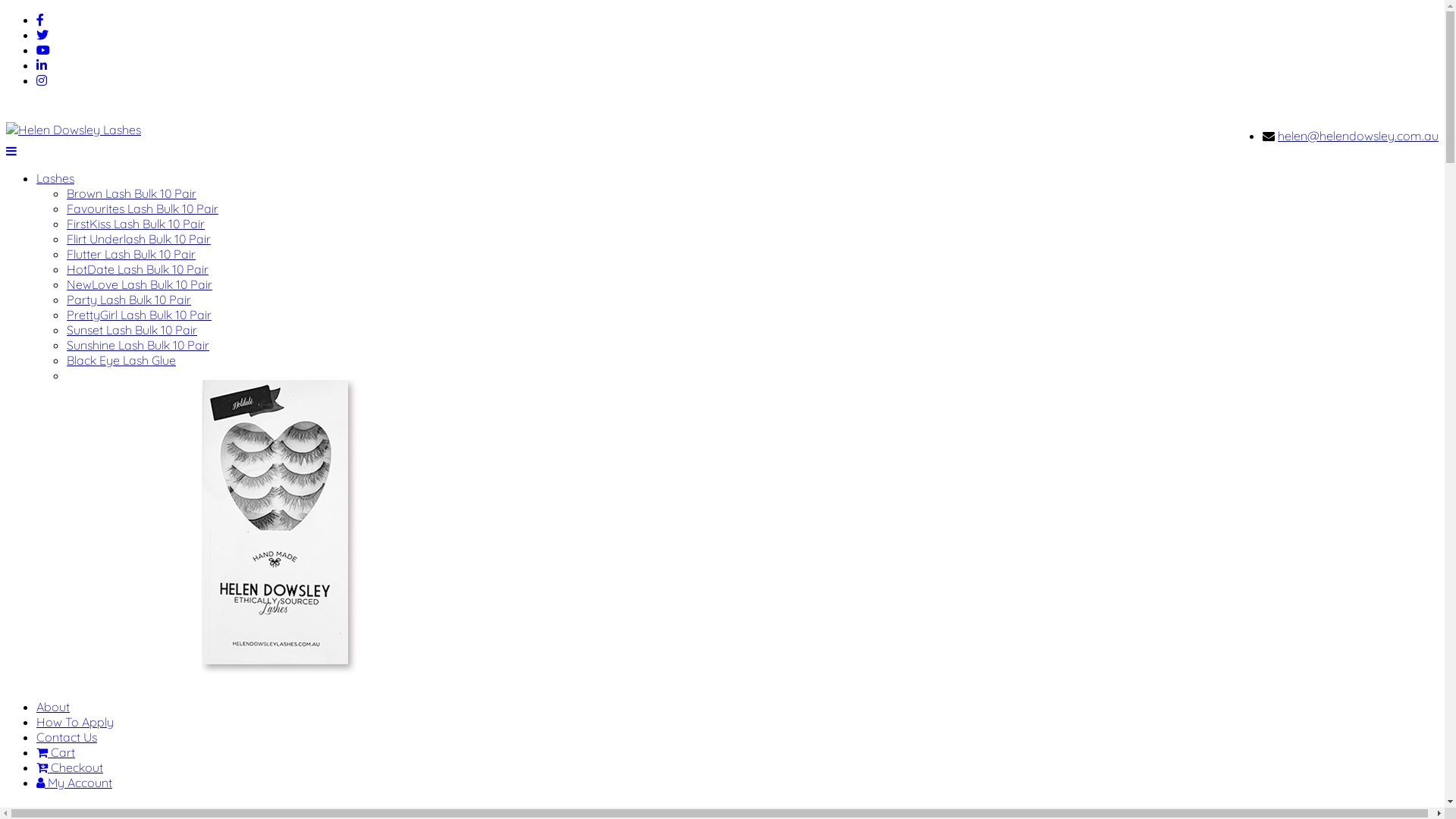  What do you see at coordinates (53, 707) in the screenshot?
I see `'About'` at bounding box center [53, 707].